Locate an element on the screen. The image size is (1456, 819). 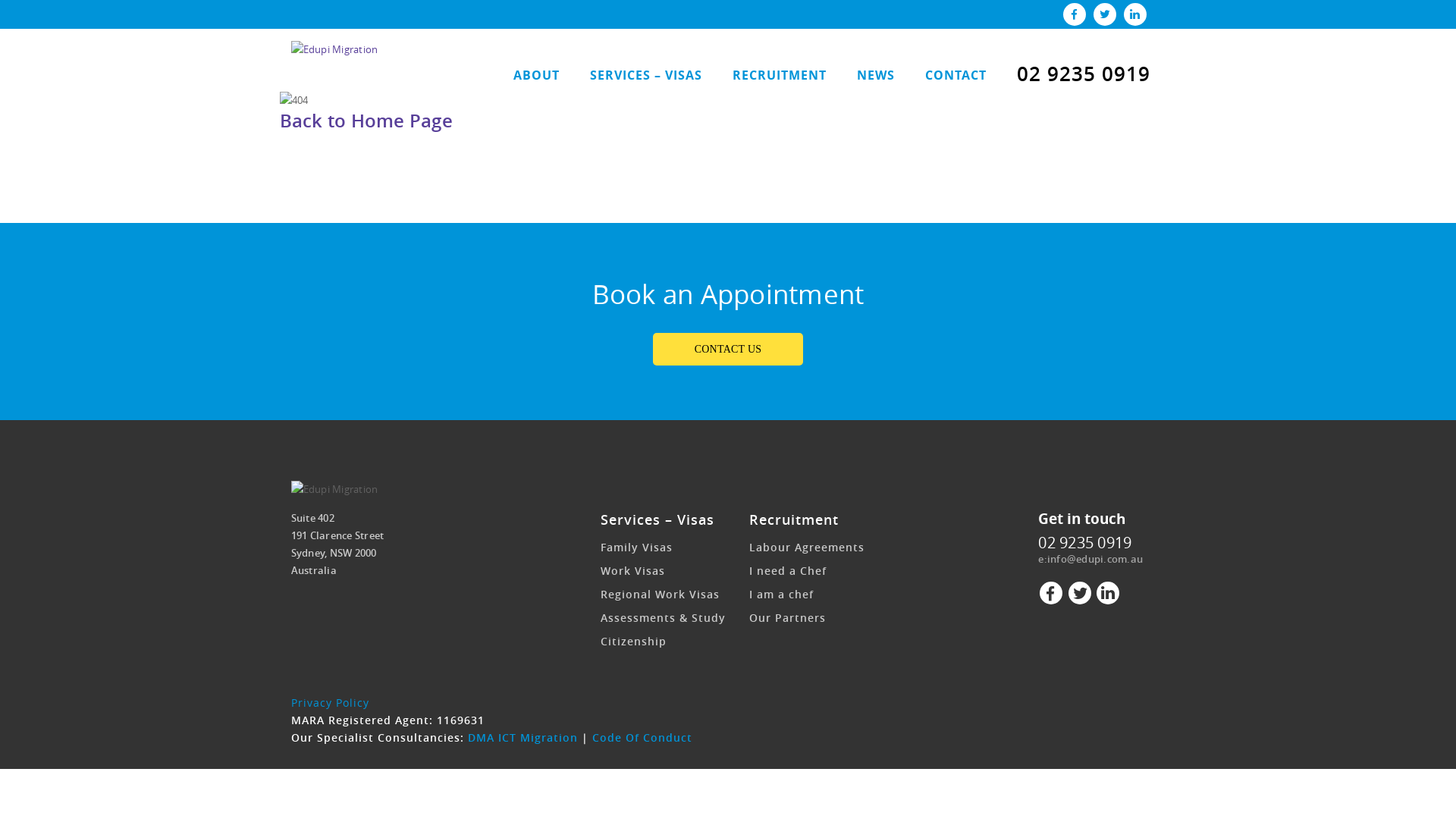
'CONTACT' is located at coordinates (955, 77).